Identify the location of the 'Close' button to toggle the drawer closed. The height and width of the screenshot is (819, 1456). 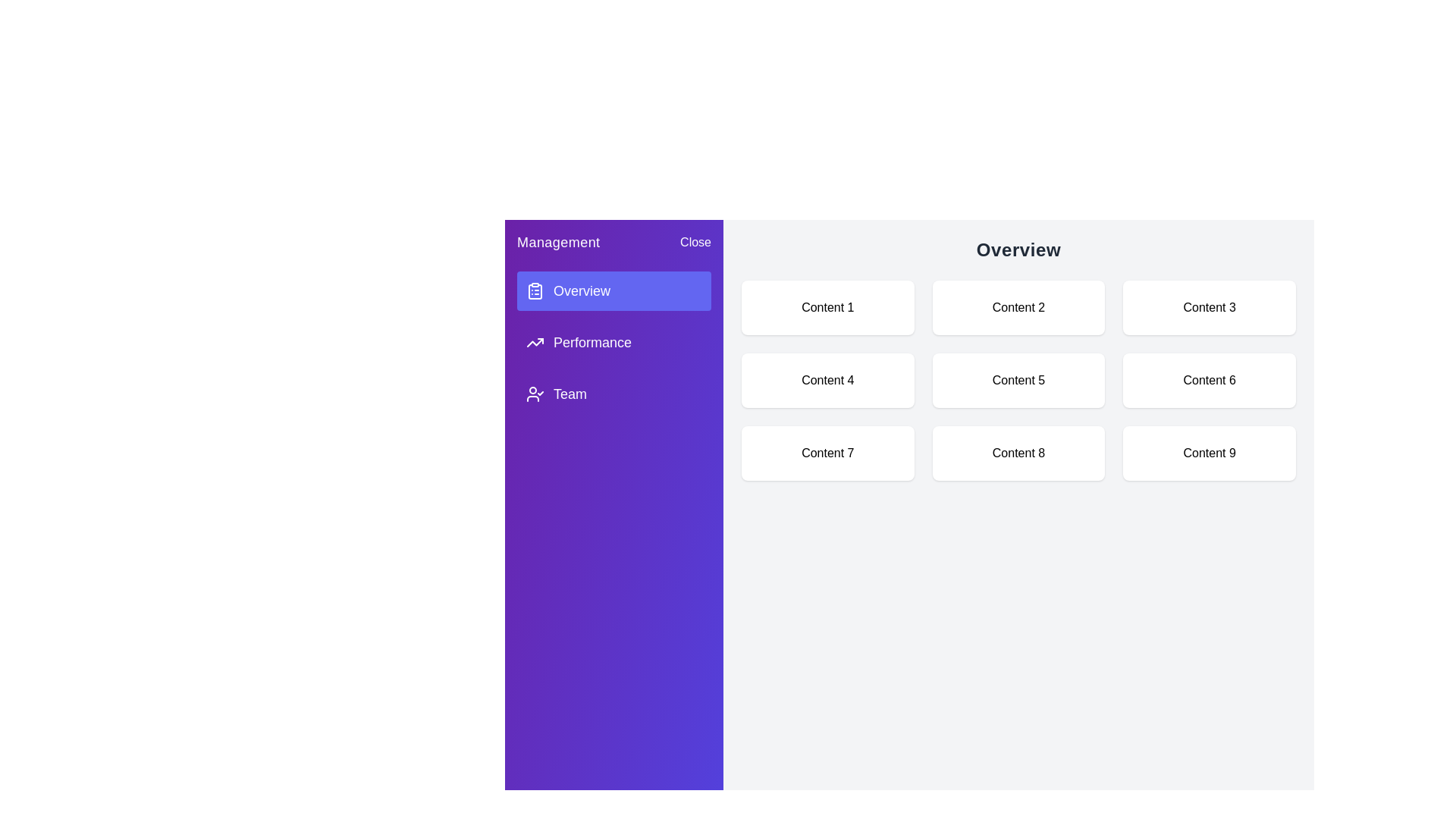
(695, 242).